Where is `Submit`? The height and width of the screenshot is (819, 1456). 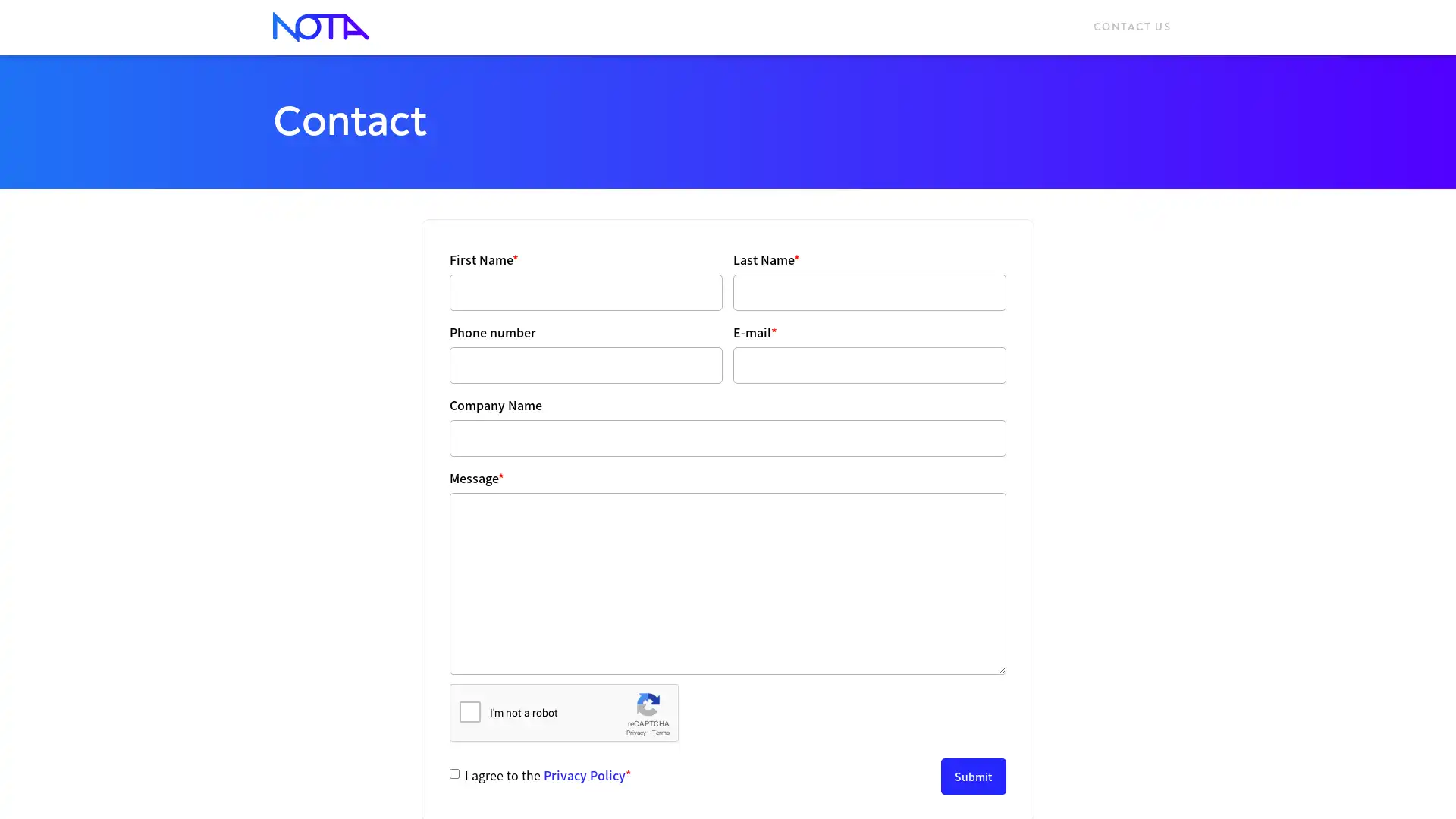
Submit is located at coordinates (973, 776).